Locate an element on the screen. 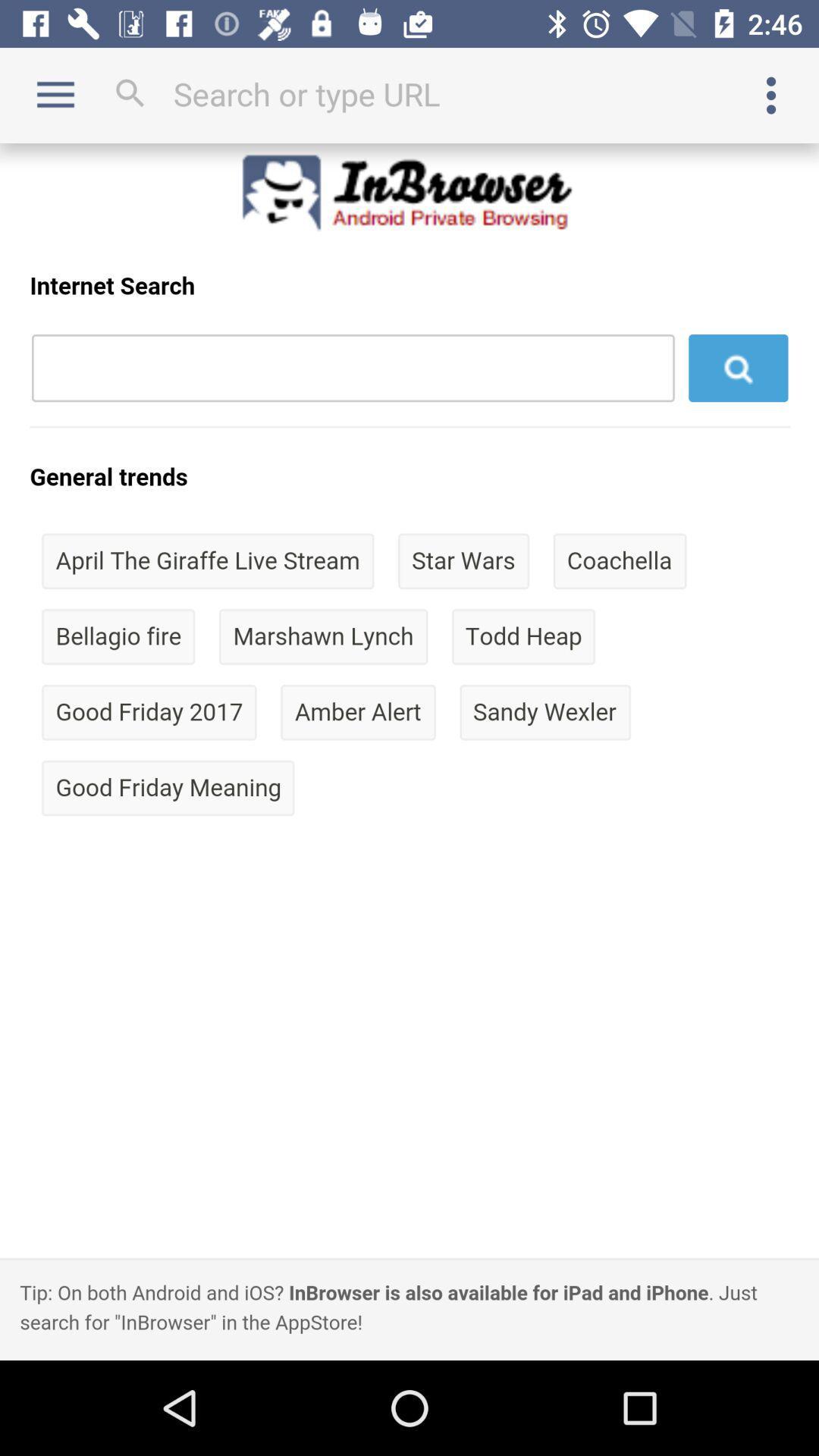  inbrowser home page is located at coordinates (409, 752).